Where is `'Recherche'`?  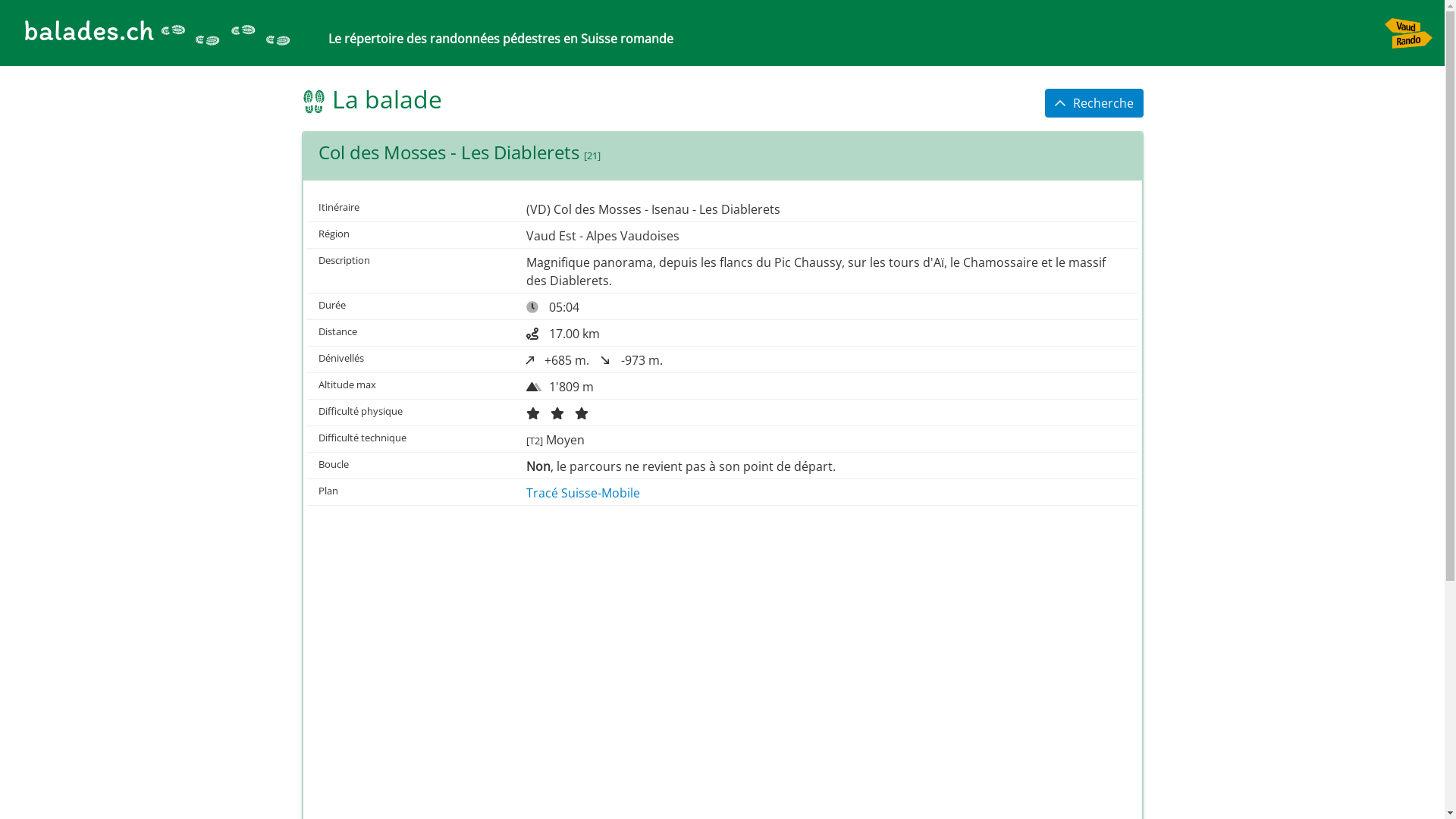 'Recherche' is located at coordinates (1043, 102).